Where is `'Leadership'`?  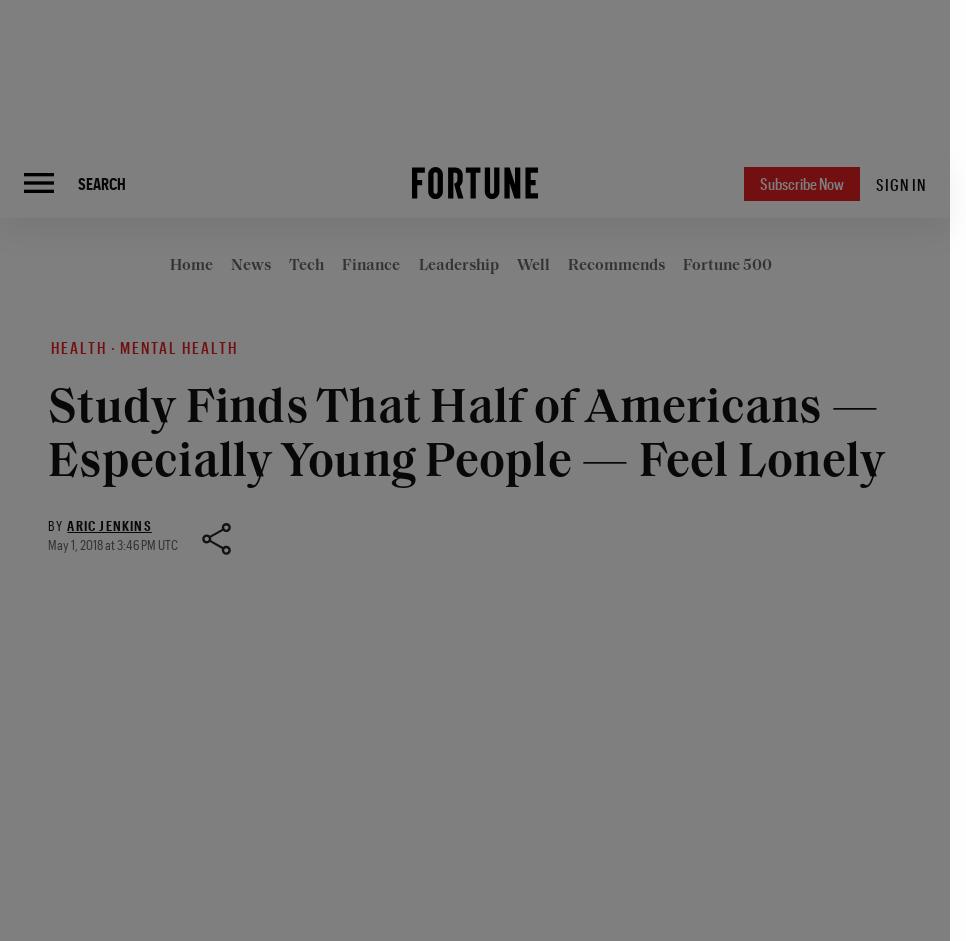 'Leadership' is located at coordinates (419, 264).